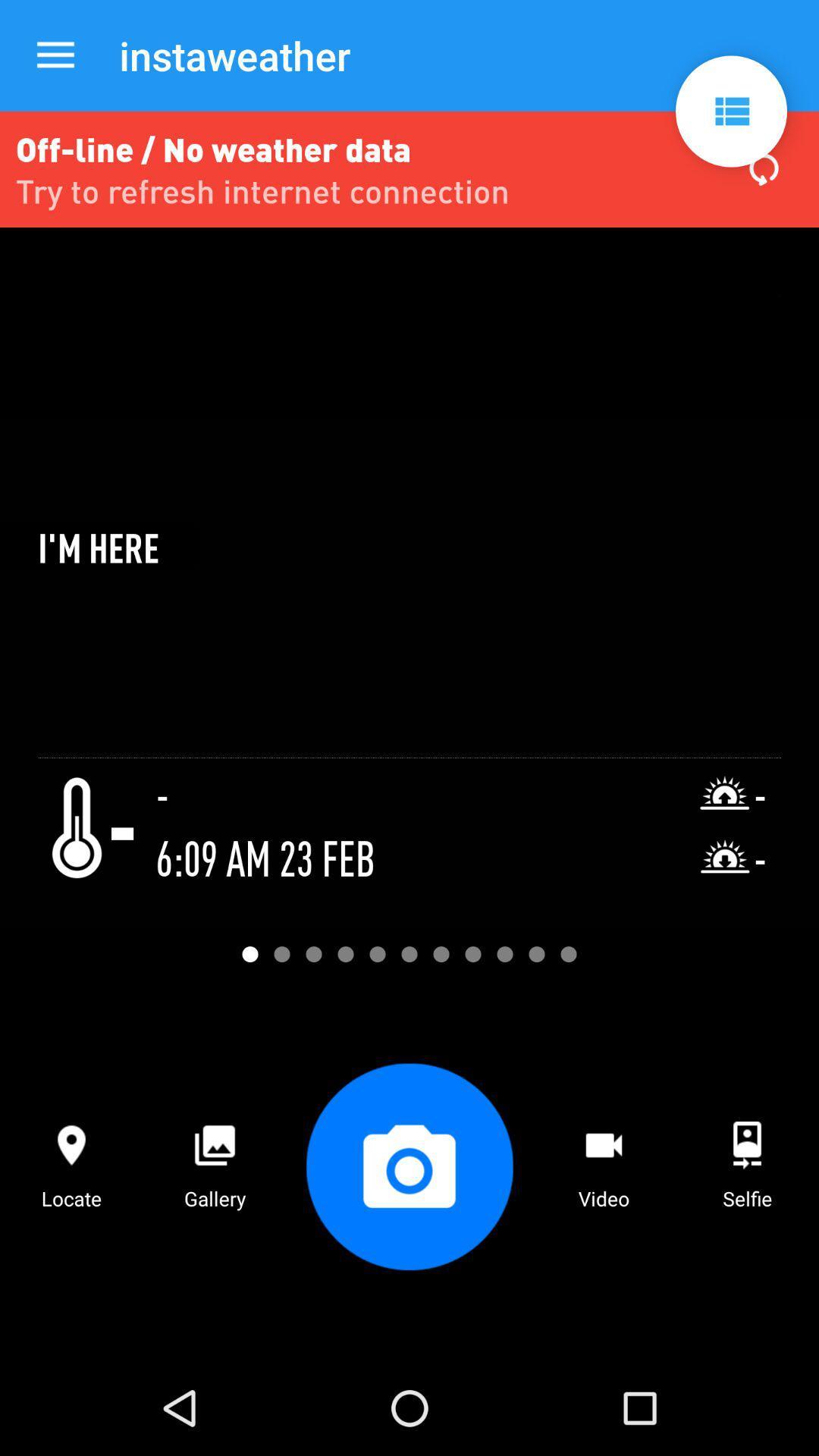  What do you see at coordinates (730, 111) in the screenshot?
I see `the list icon` at bounding box center [730, 111].